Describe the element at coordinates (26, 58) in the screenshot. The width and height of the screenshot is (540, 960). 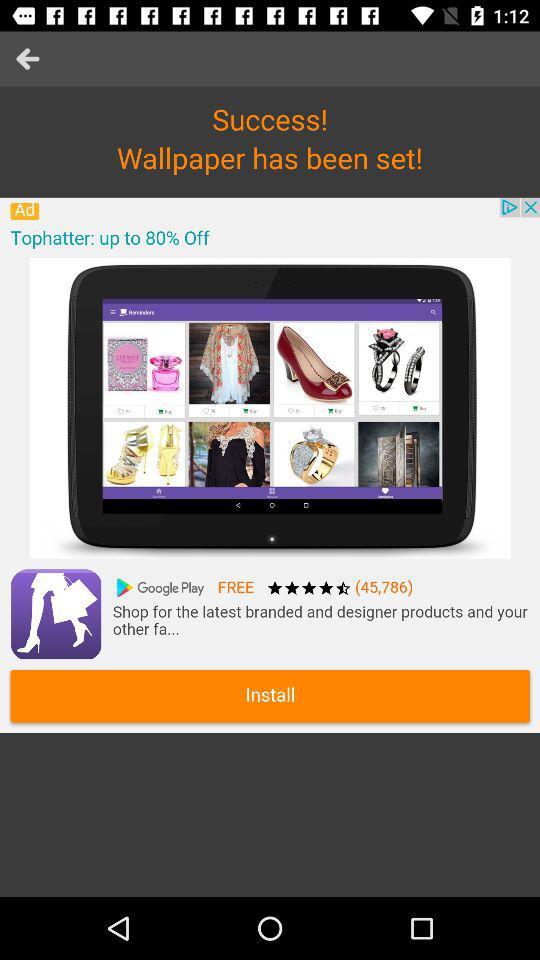
I see `the arrow_backward icon` at that location.